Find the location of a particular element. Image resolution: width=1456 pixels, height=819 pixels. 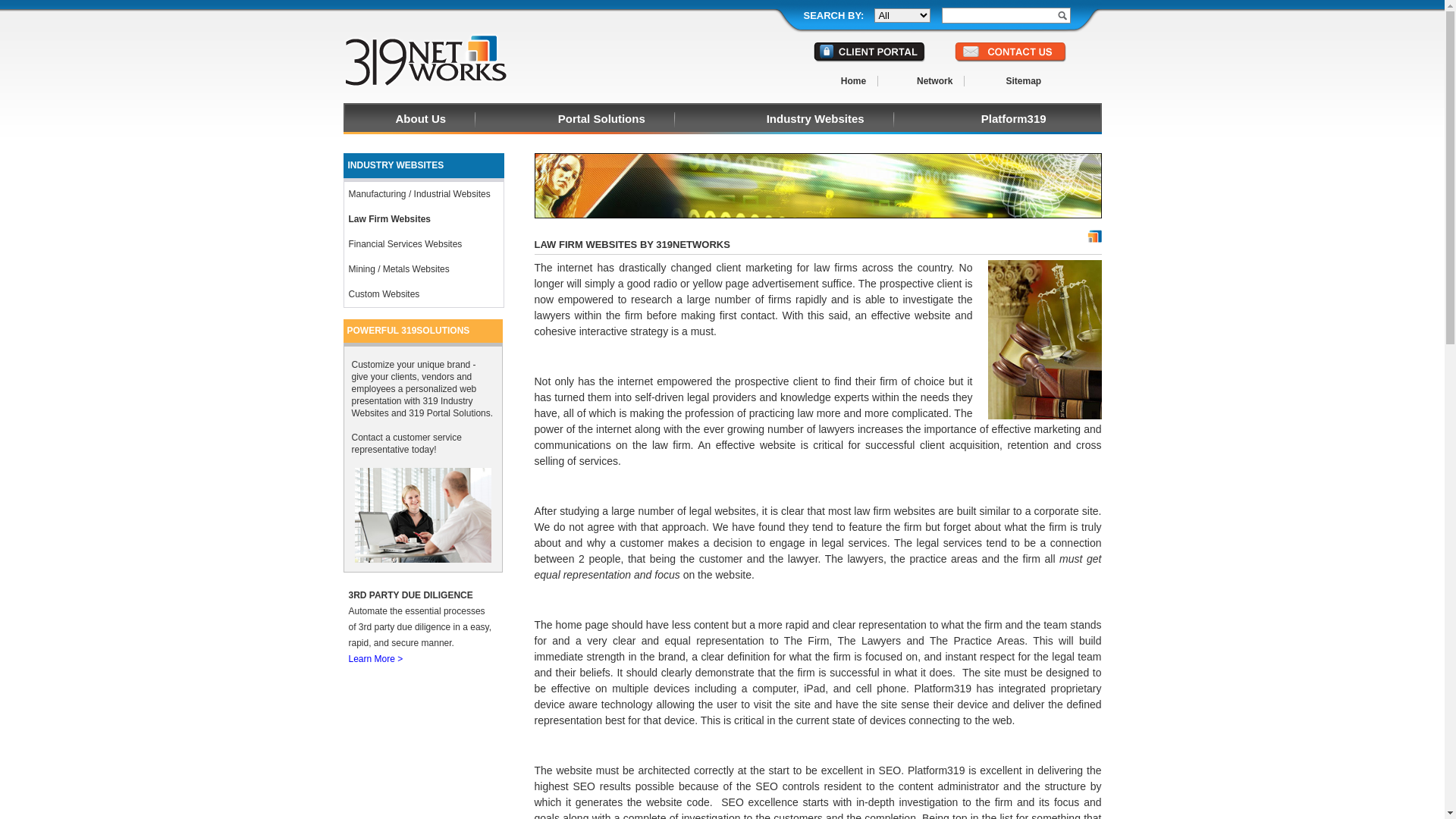

'Industry Websites' is located at coordinates (736, 121).